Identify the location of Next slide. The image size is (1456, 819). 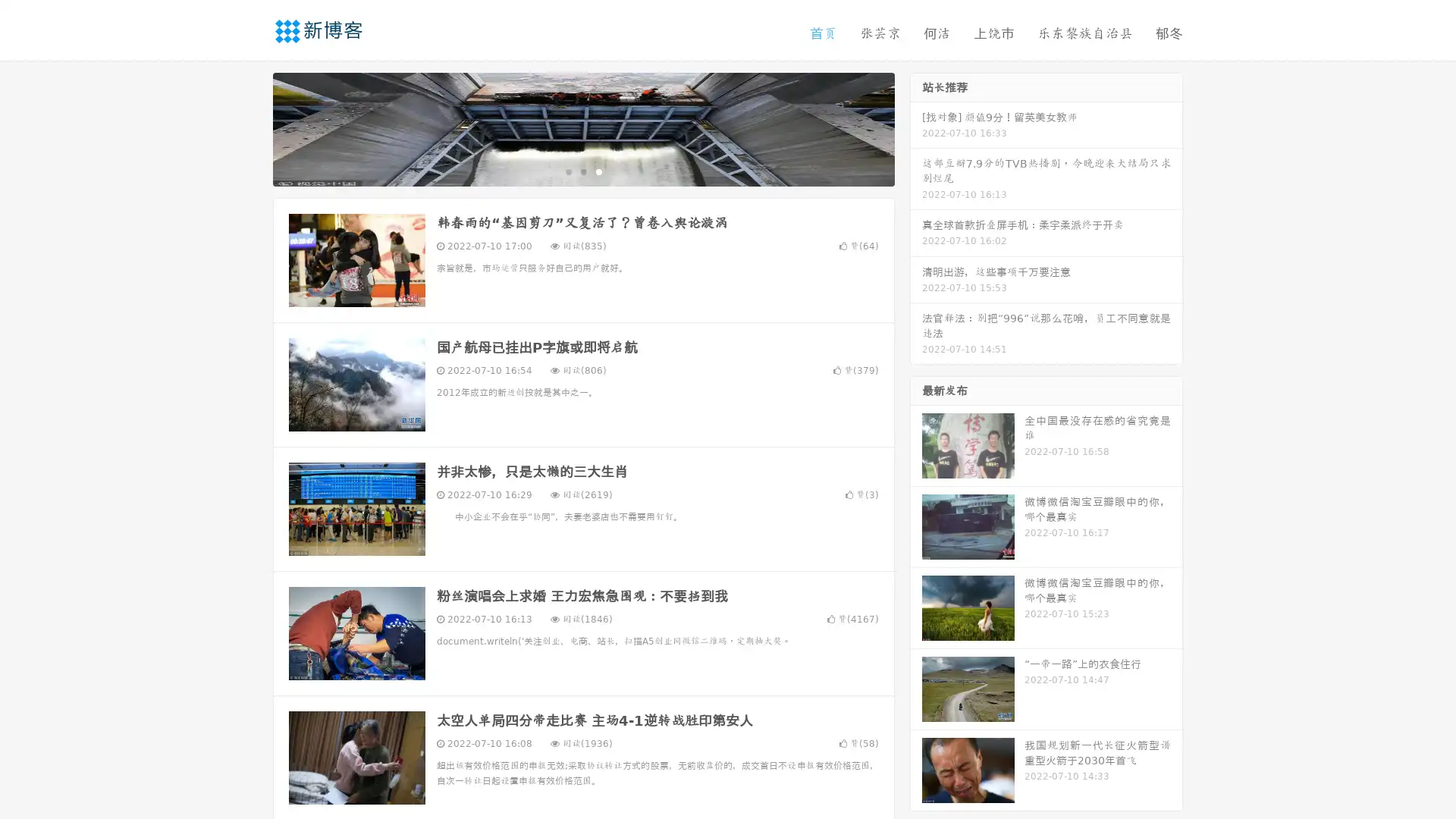
(916, 127).